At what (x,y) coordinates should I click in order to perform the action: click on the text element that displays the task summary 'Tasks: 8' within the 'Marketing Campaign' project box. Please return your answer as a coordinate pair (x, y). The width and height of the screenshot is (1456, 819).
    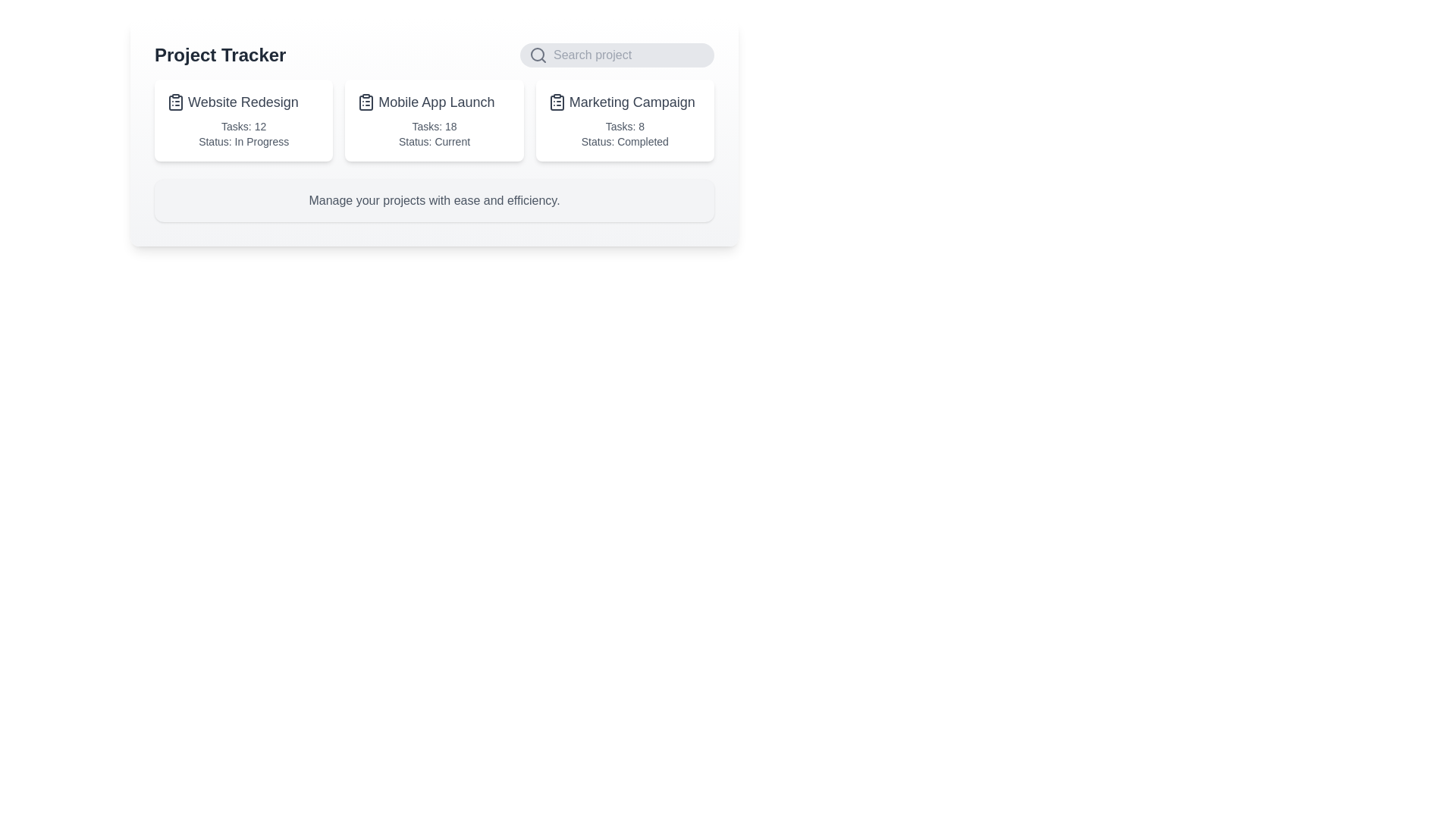
    Looking at the image, I should click on (625, 125).